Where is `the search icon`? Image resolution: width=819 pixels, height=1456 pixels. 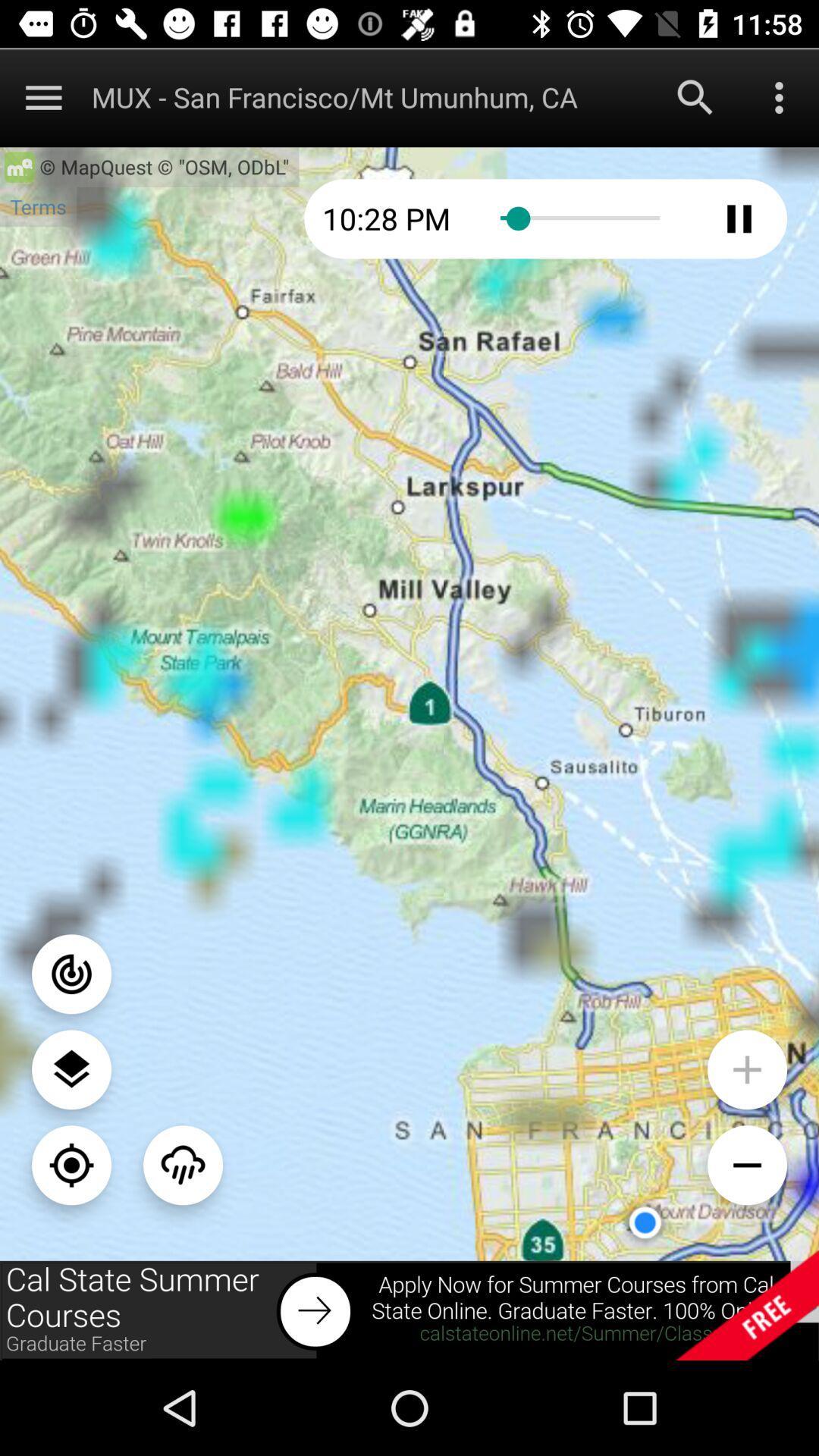 the search icon is located at coordinates (695, 96).